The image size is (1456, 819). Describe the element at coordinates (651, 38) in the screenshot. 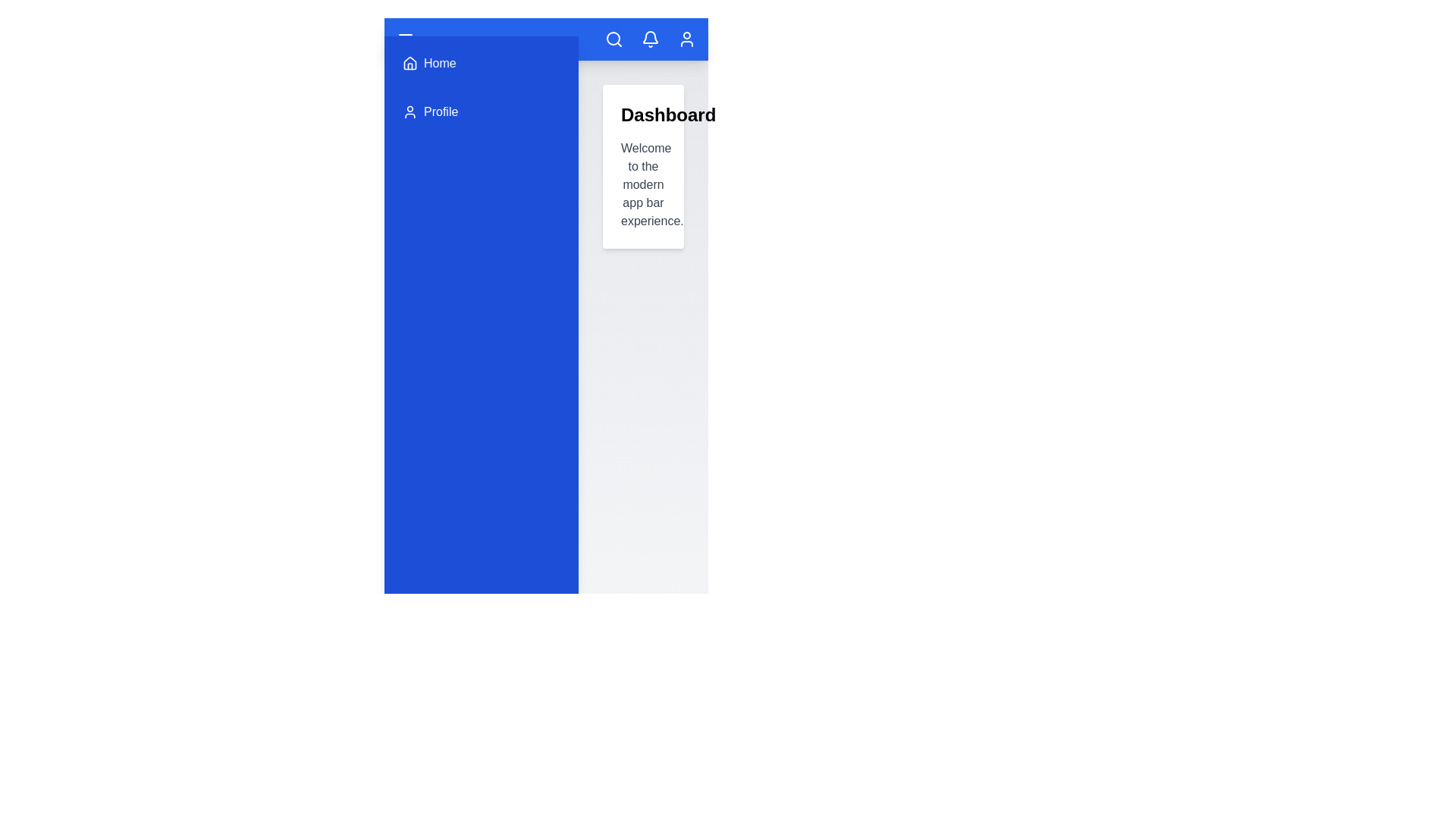

I see `the notifications icon` at that location.